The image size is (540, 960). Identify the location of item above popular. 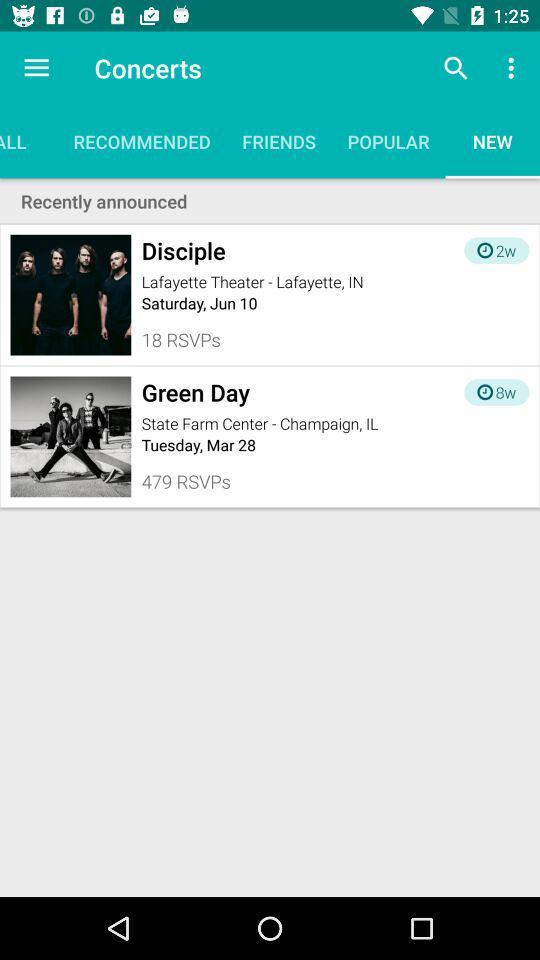
(455, 68).